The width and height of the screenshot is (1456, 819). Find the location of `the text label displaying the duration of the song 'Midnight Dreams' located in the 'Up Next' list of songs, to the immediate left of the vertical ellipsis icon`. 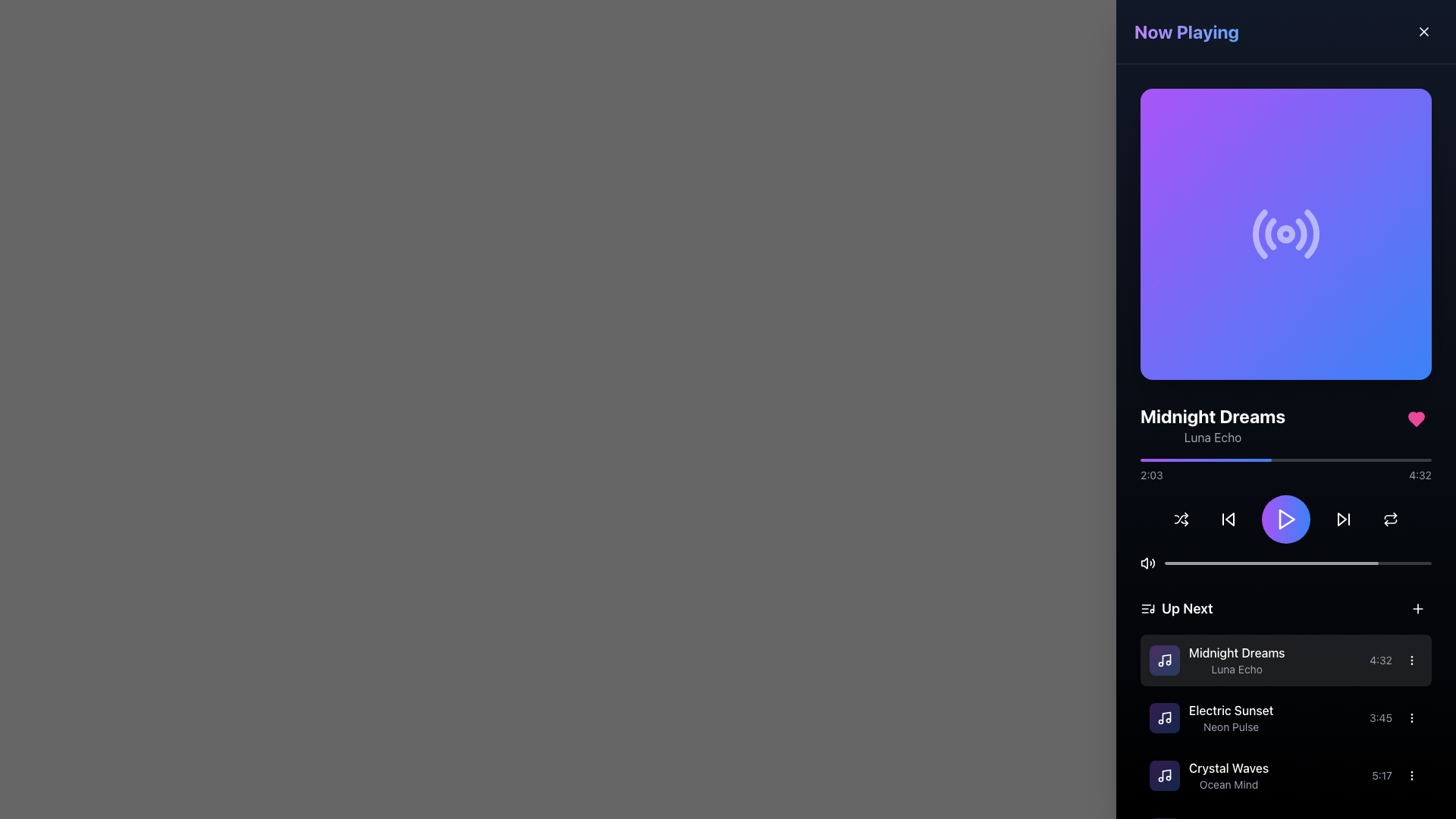

the text label displaying the duration of the song 'Midnight Dreams' located in the 'Up Next' list of songs, to the immediate left of the vertical ellipsis icon is located at coordinates (1395, 660).